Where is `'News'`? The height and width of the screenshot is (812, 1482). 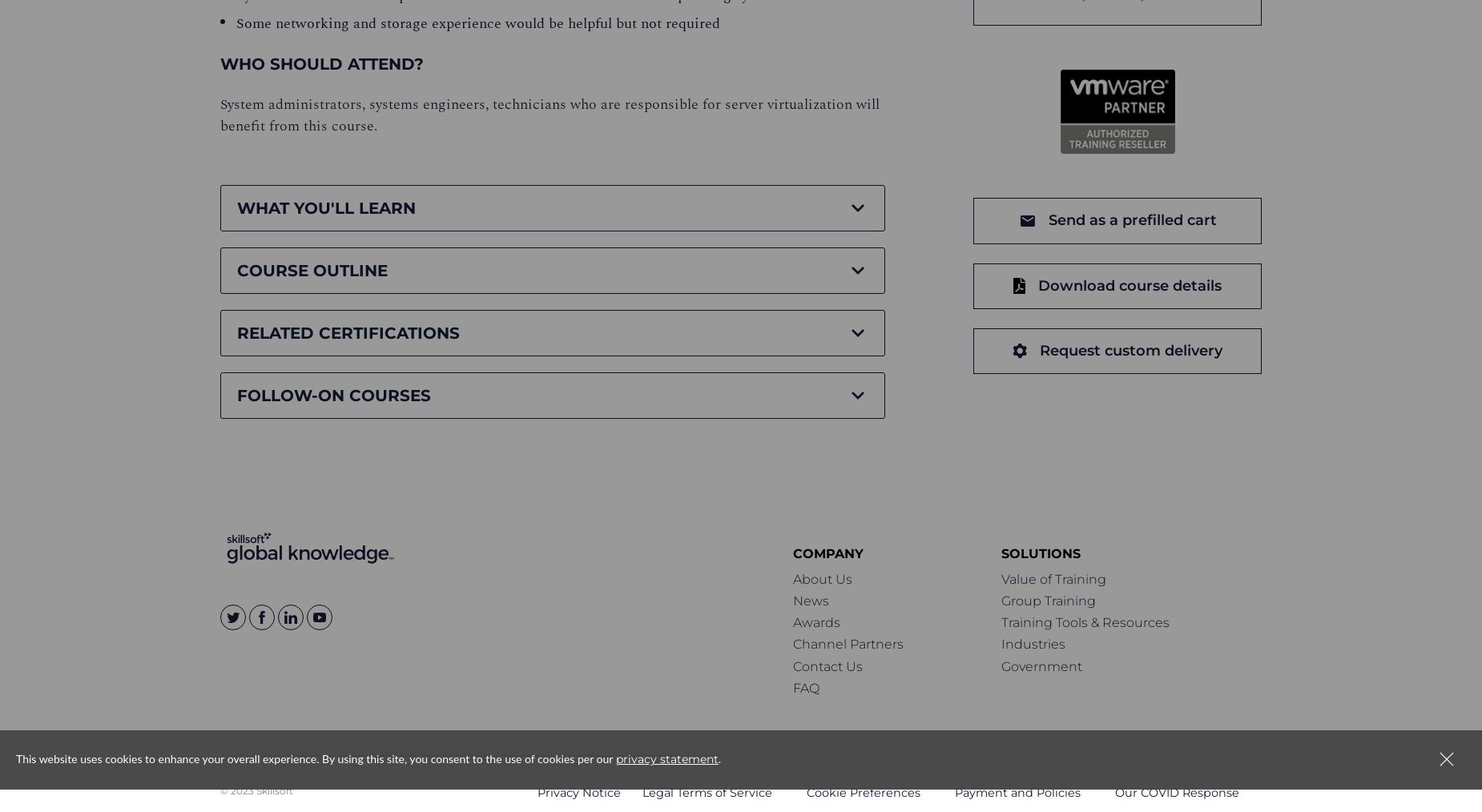
'News' is located at coordinates (791, 600).